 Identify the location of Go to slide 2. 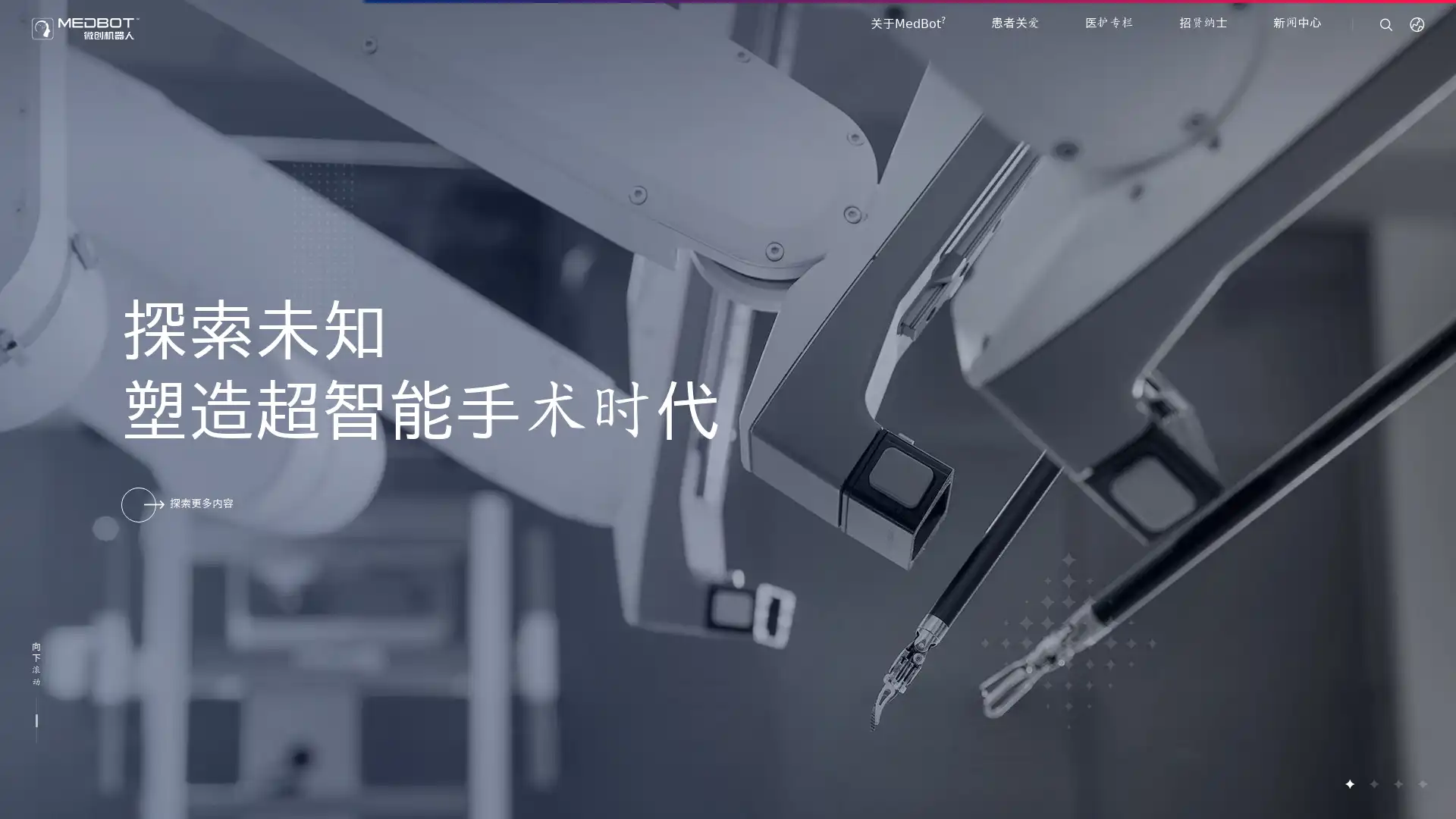
(1373, 783).